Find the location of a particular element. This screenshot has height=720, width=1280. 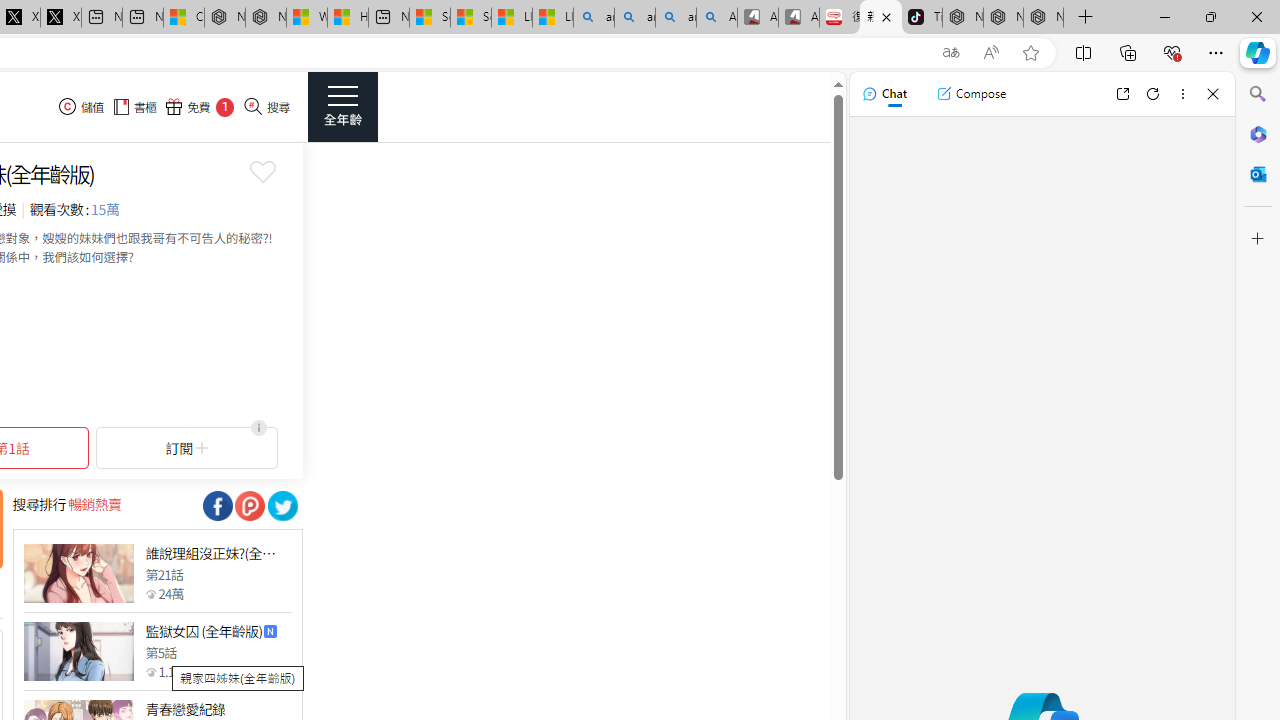

'Nordace - Best Sellers' is located at coordinates (963, 17).